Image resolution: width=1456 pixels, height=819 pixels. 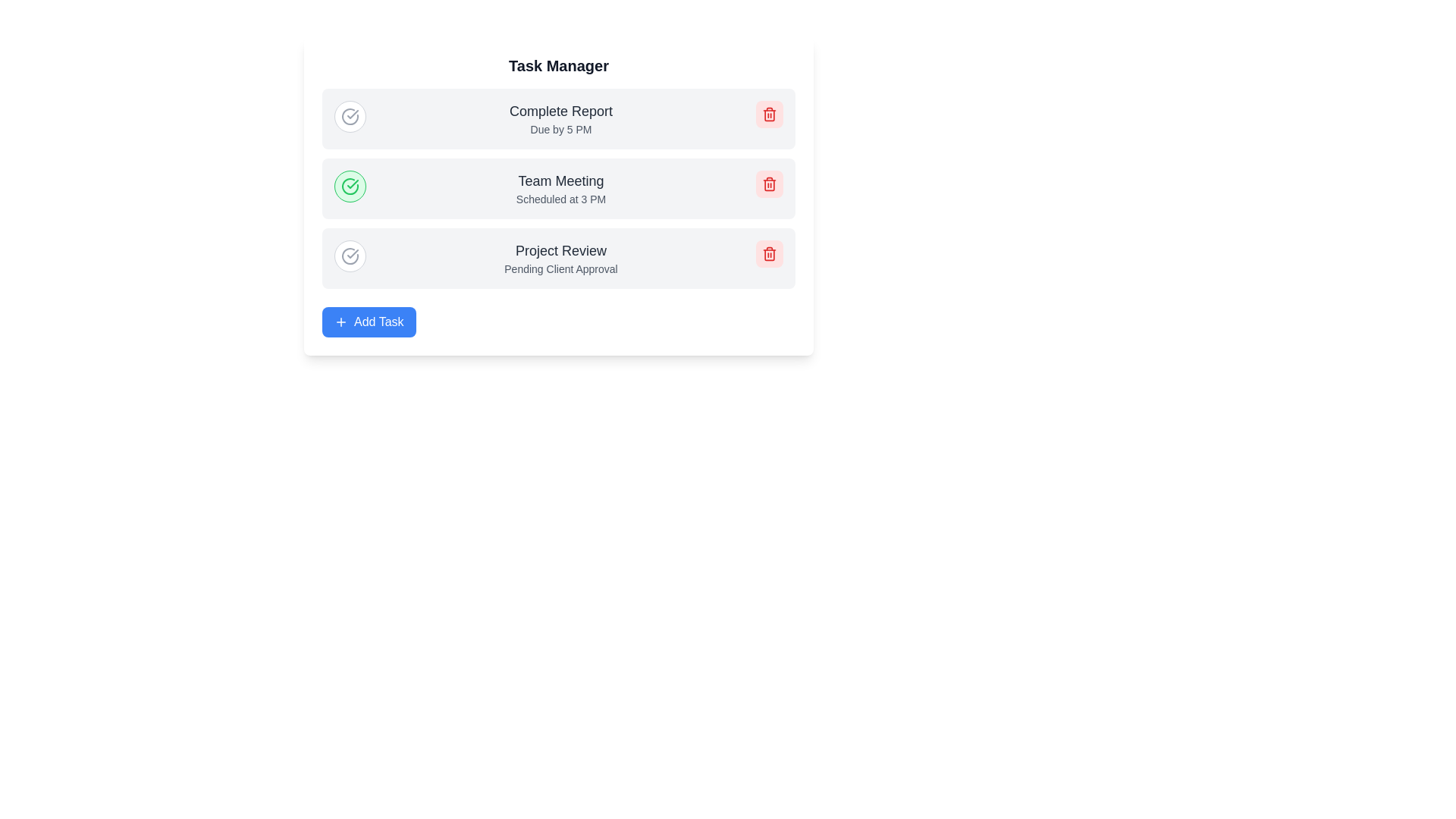 I want to click on the text label titled 'Team Meeting' which provides a brief description of the task in the task management UI, so click(x=560, y=180).